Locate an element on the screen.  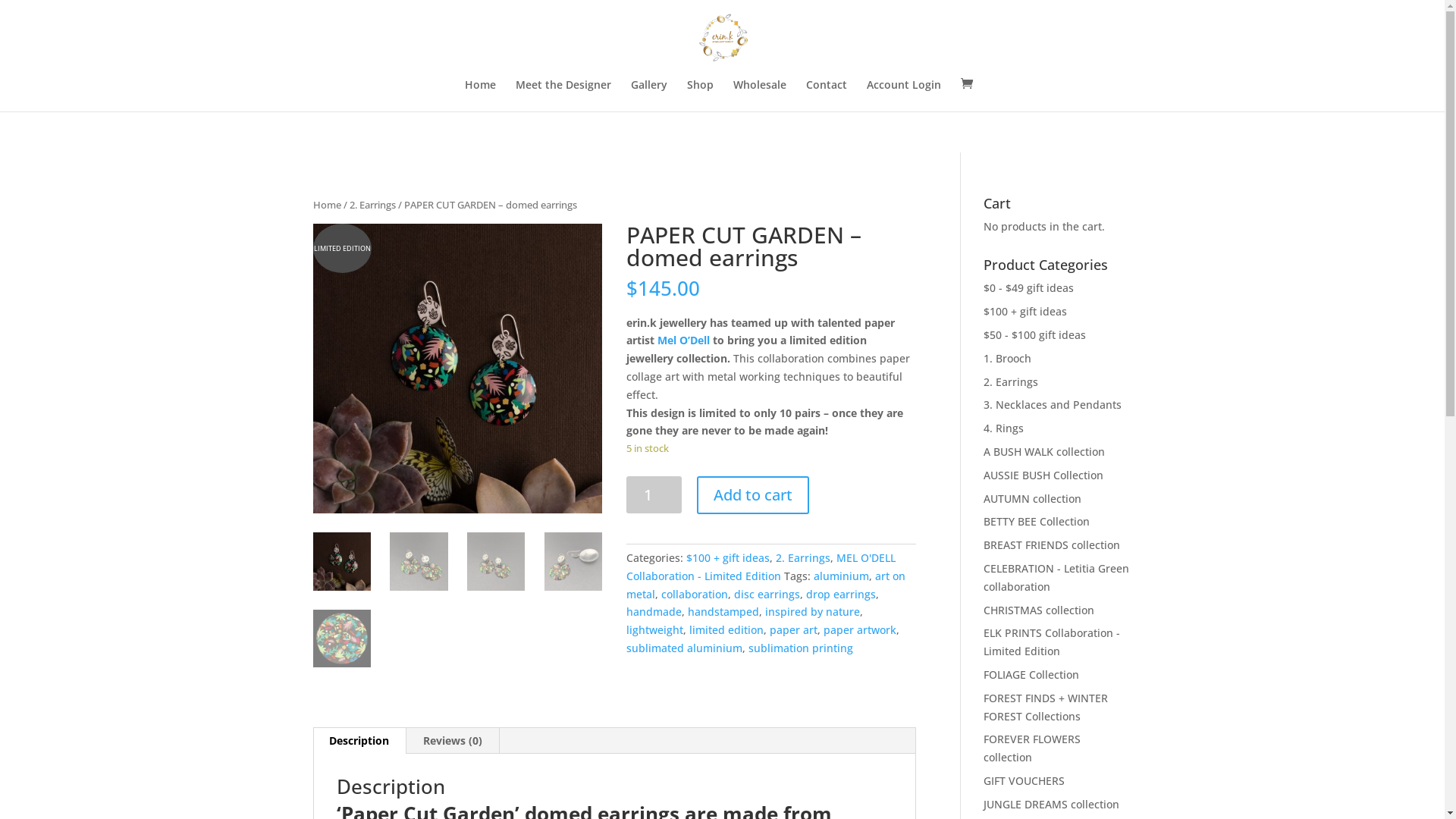
'BETTY BEE Collection' is located at coordinates (983, 520).